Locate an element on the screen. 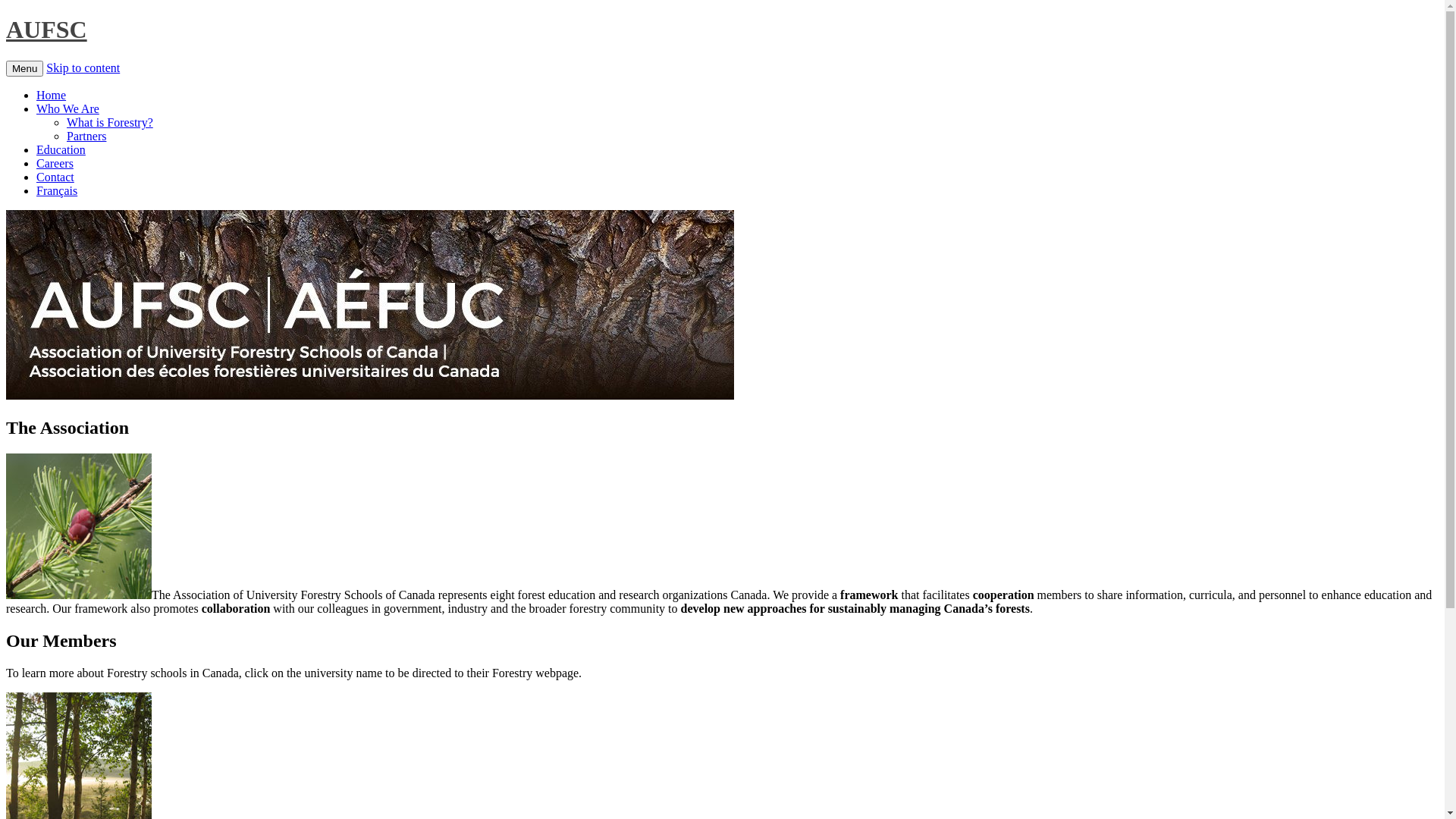 This screenshot has height=819, width=1456. 'Skip to content' is located at coordinates (82, 67).